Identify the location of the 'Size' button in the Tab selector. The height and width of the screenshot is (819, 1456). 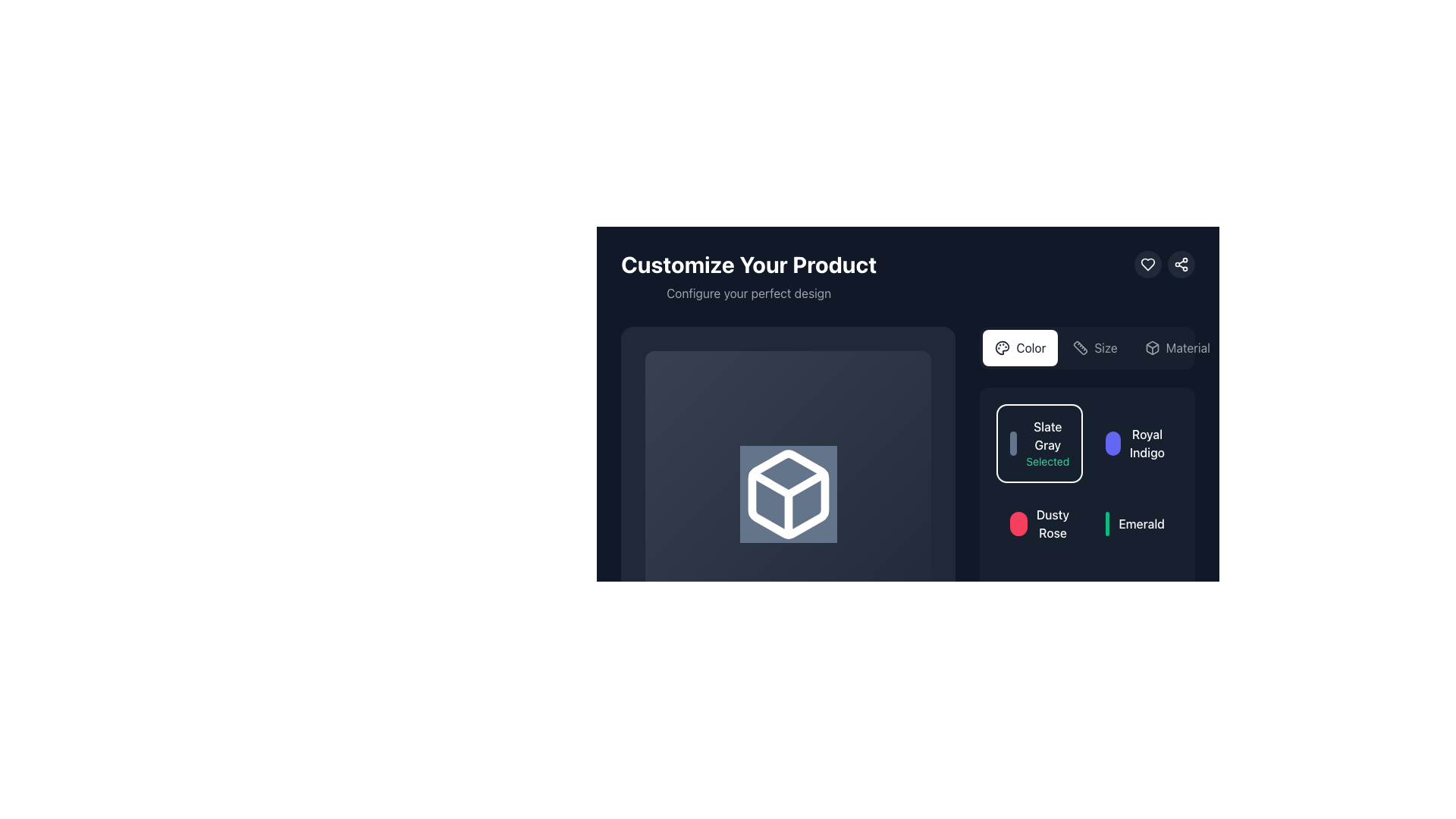
(1087, 348).